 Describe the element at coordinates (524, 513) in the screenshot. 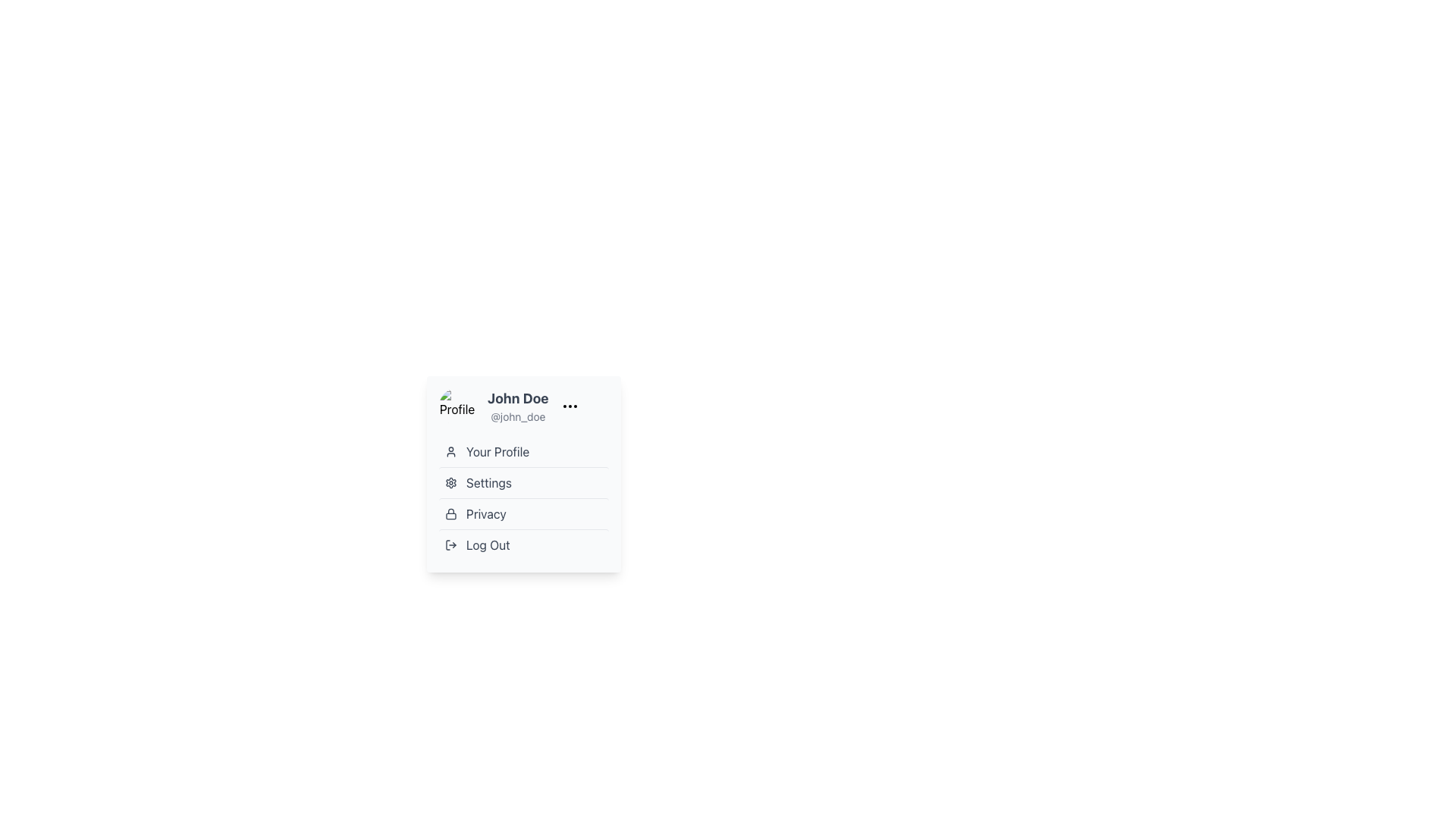

I see `the 'Privacy' list item with a lock icon, the third option in the vertical dropdown menu` at that location.